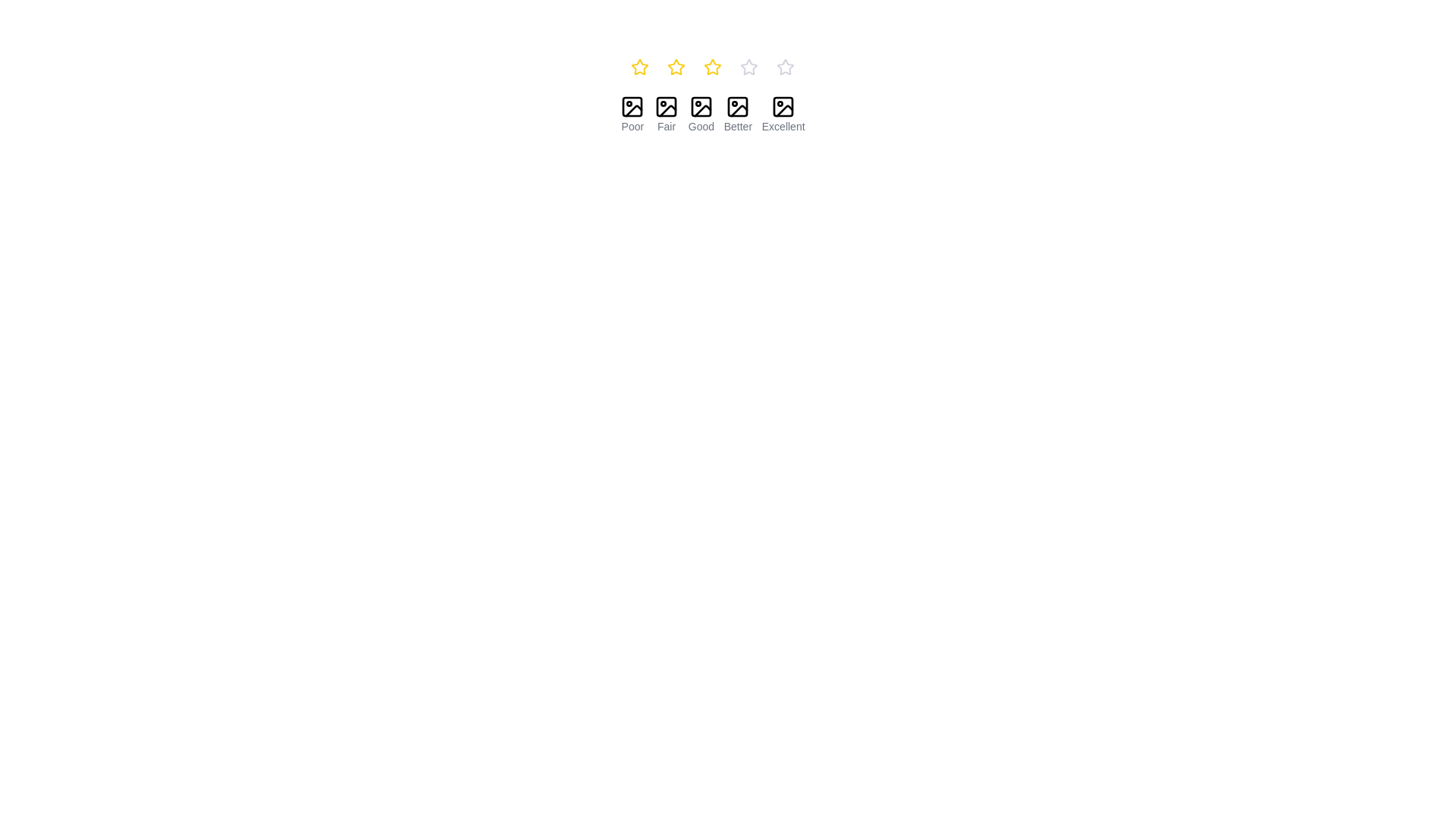  Describe the element at coordinates (632, 125) in the screenshot. I see `the text label that describes the image above it, which is directly below the 'Poor' icon in the rating scale` at that location.